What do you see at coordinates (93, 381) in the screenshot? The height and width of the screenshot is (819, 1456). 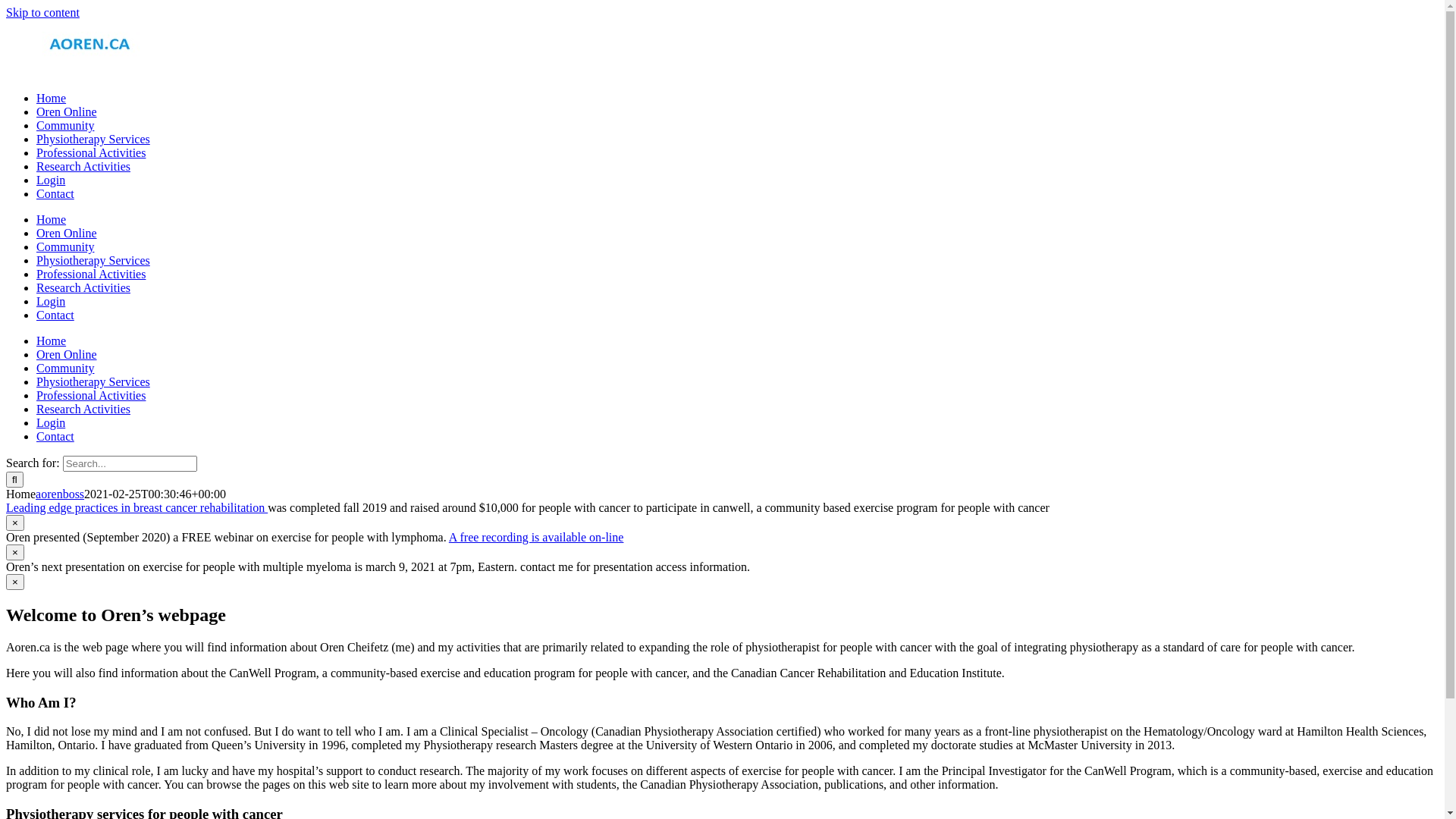 I see `'Physiotherapy Services'` at bounding box center [93, 381].